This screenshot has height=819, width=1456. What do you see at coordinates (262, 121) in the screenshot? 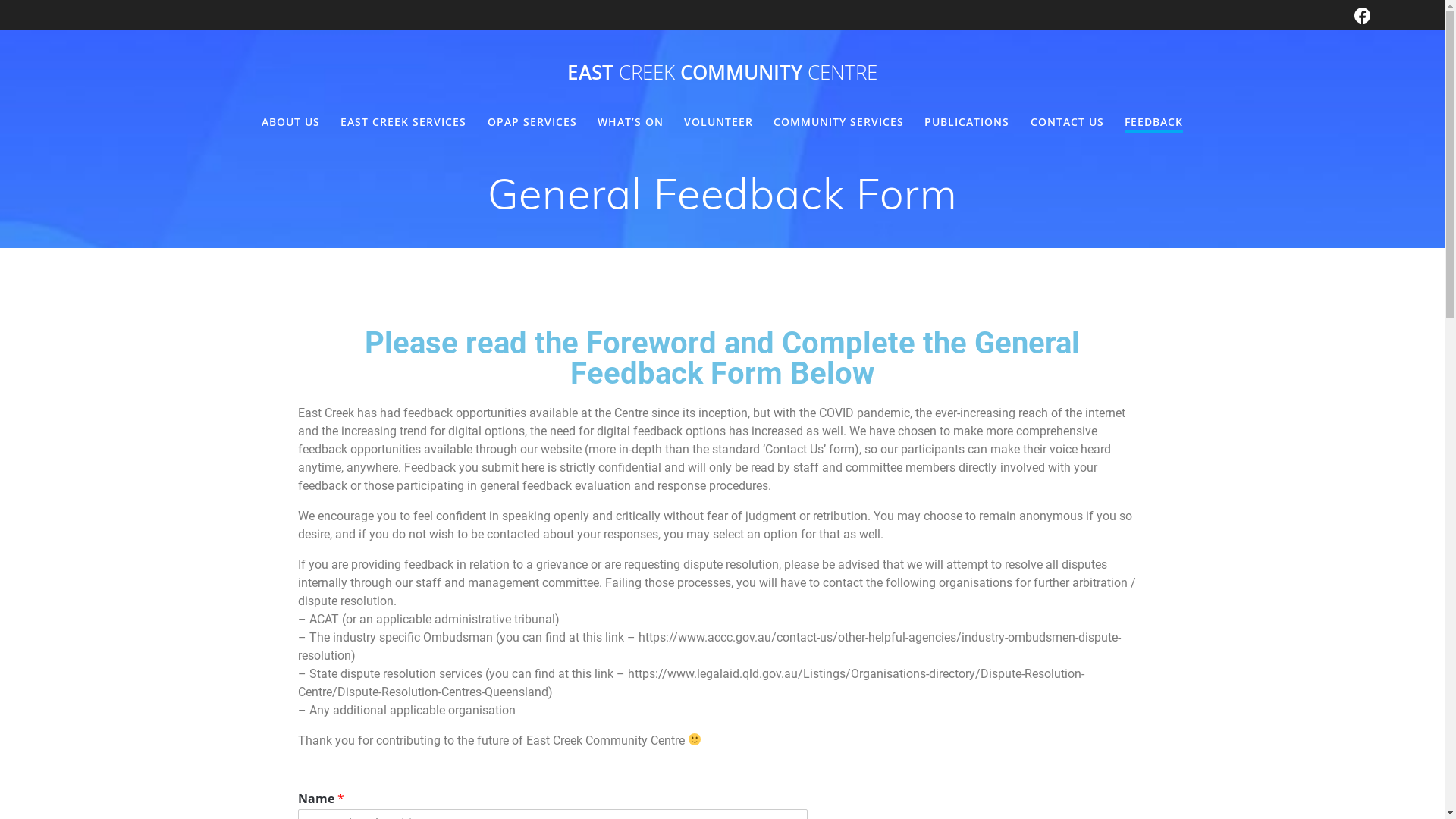
I see `'ABOUT US'` at bounding box center [262, 121].